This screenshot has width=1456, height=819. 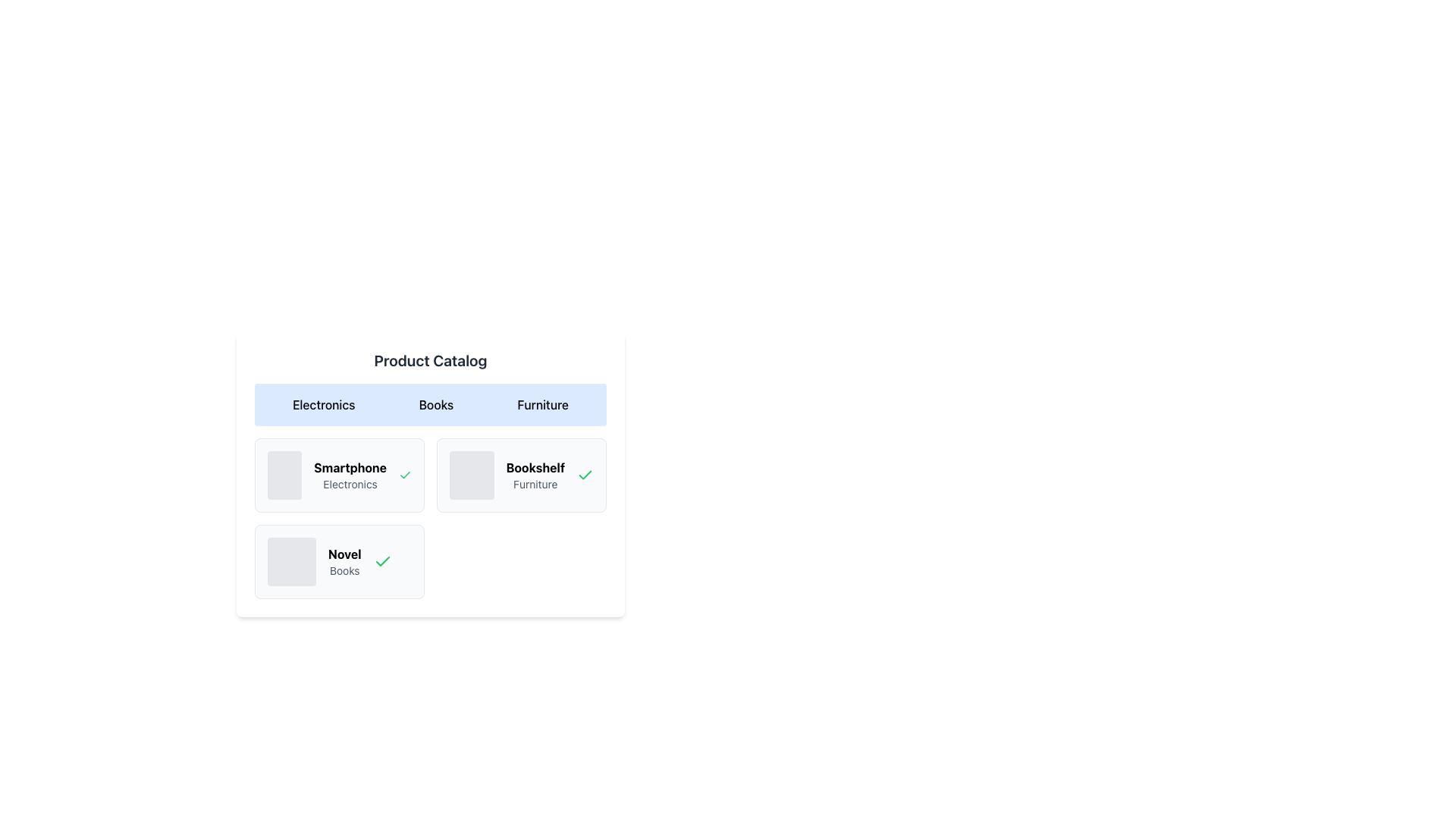 I want to click on text label that displays 'Electronics' positioned below the 'Smartphone' title in a smaller, gray-colored font, so click(x=350, y=485).